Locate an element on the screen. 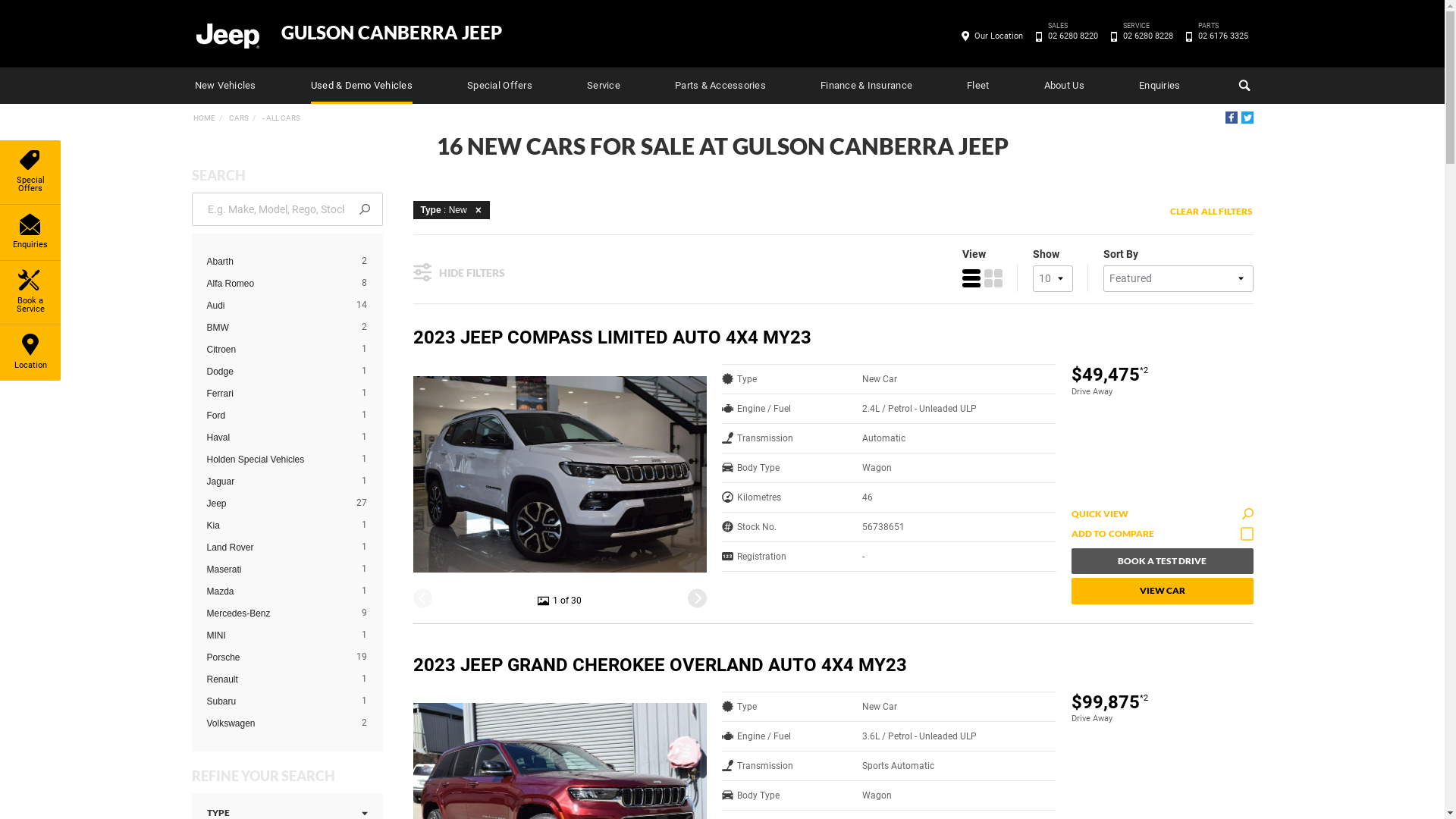  'Renault' is located at coordinates (206, 678).